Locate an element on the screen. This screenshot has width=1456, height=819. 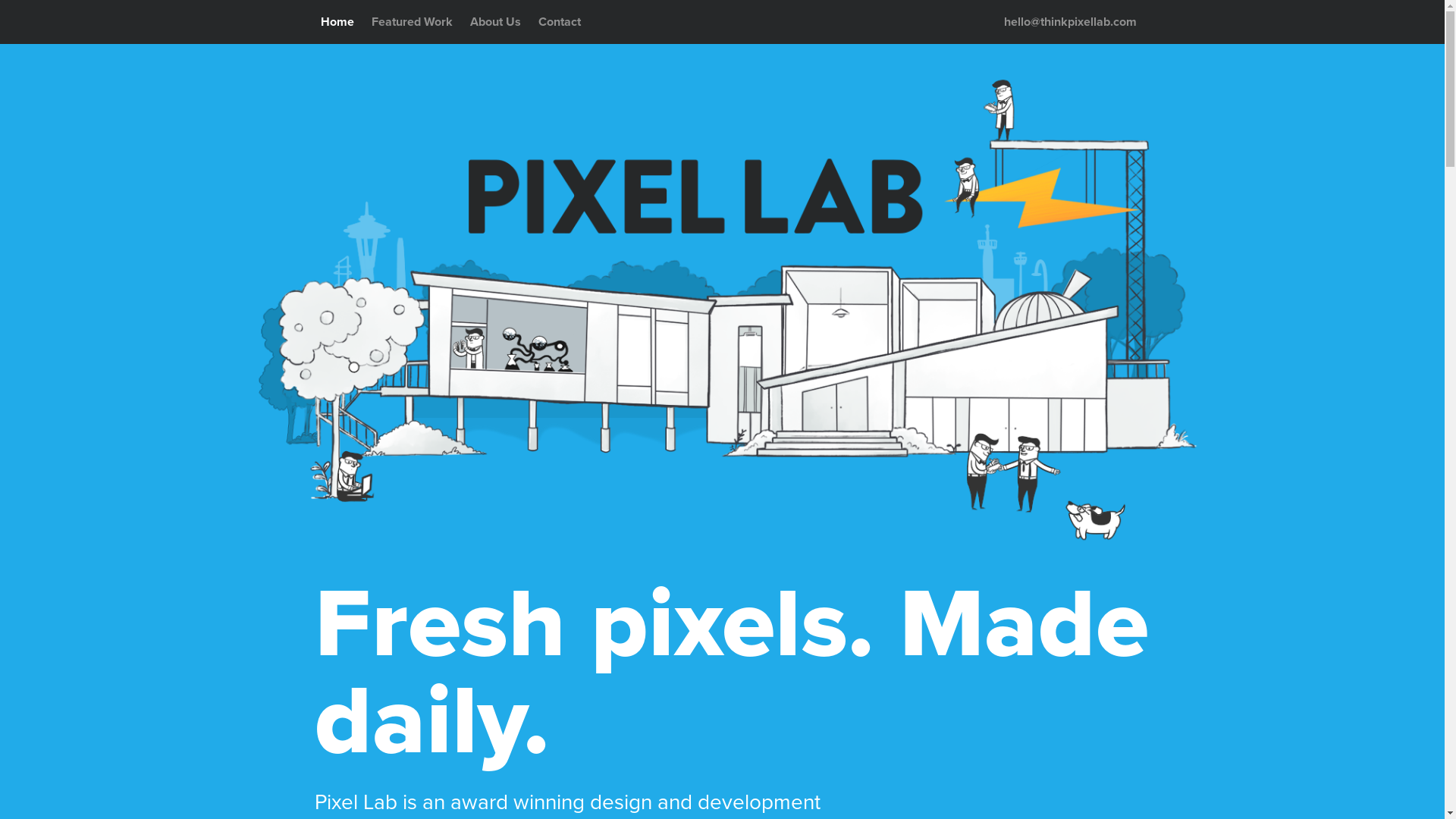
'Featured Work' is located at coordinates (365, 22).